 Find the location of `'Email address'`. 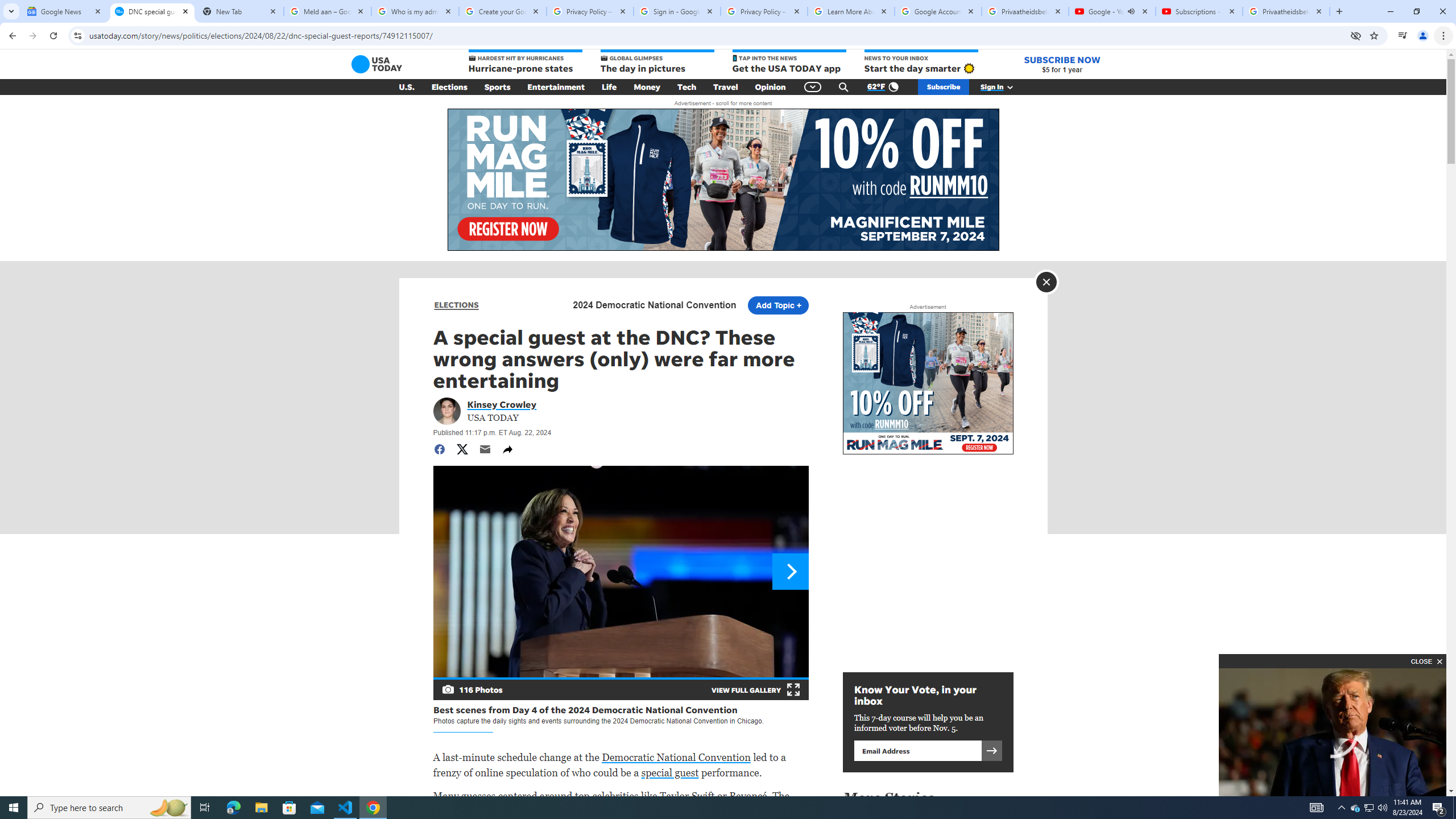

'Email address' is located at coordinates (916, 750).